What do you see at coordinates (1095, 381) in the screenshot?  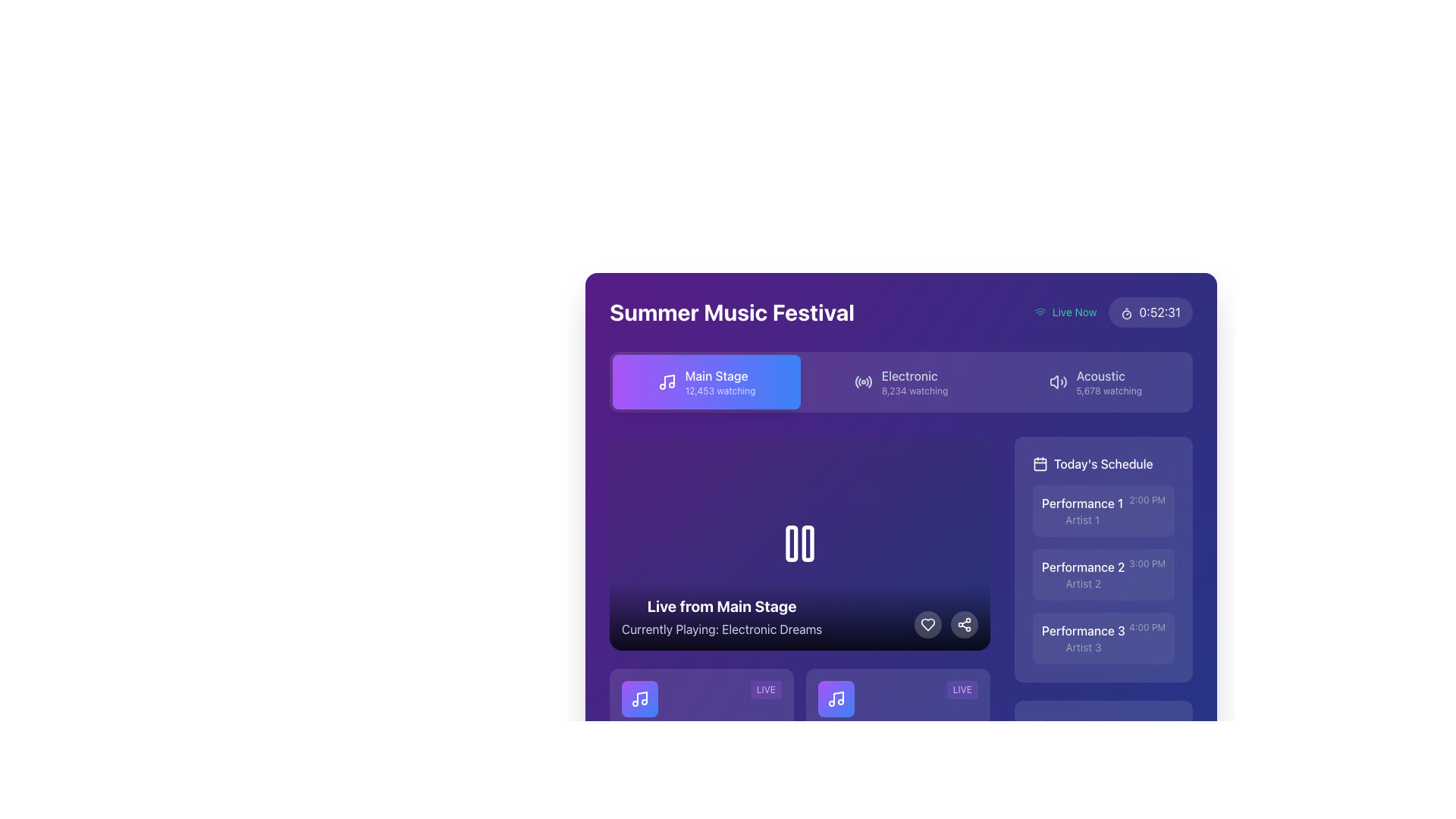 I see `the third button in the horizontal list, which represents a clickable option for a live 'Acoustic' session` at bounding box center [1095, 381].